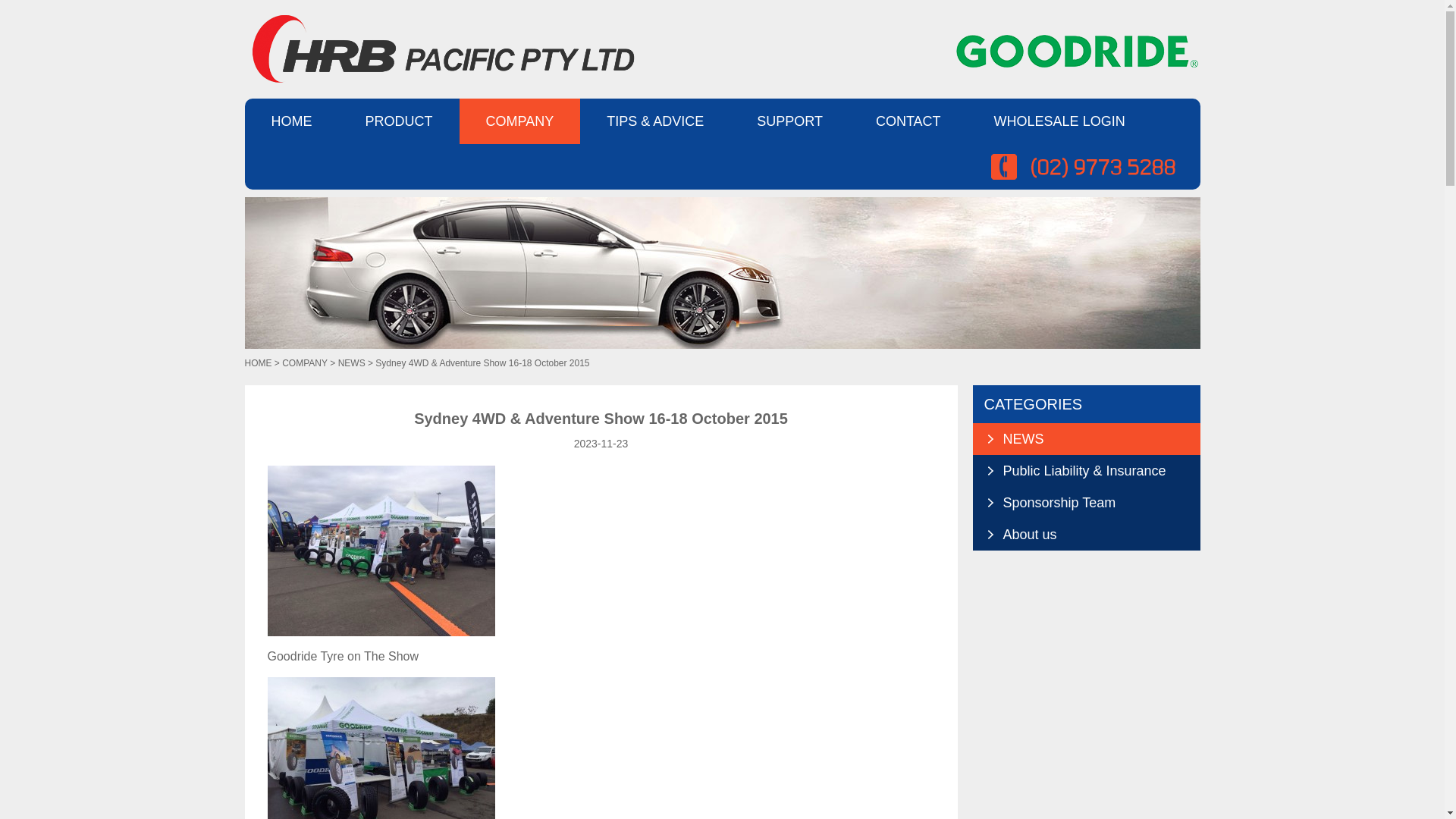  Describe the element at coordinates (1084, 438) in the screenshot. I see `'NEWS'` at that location.